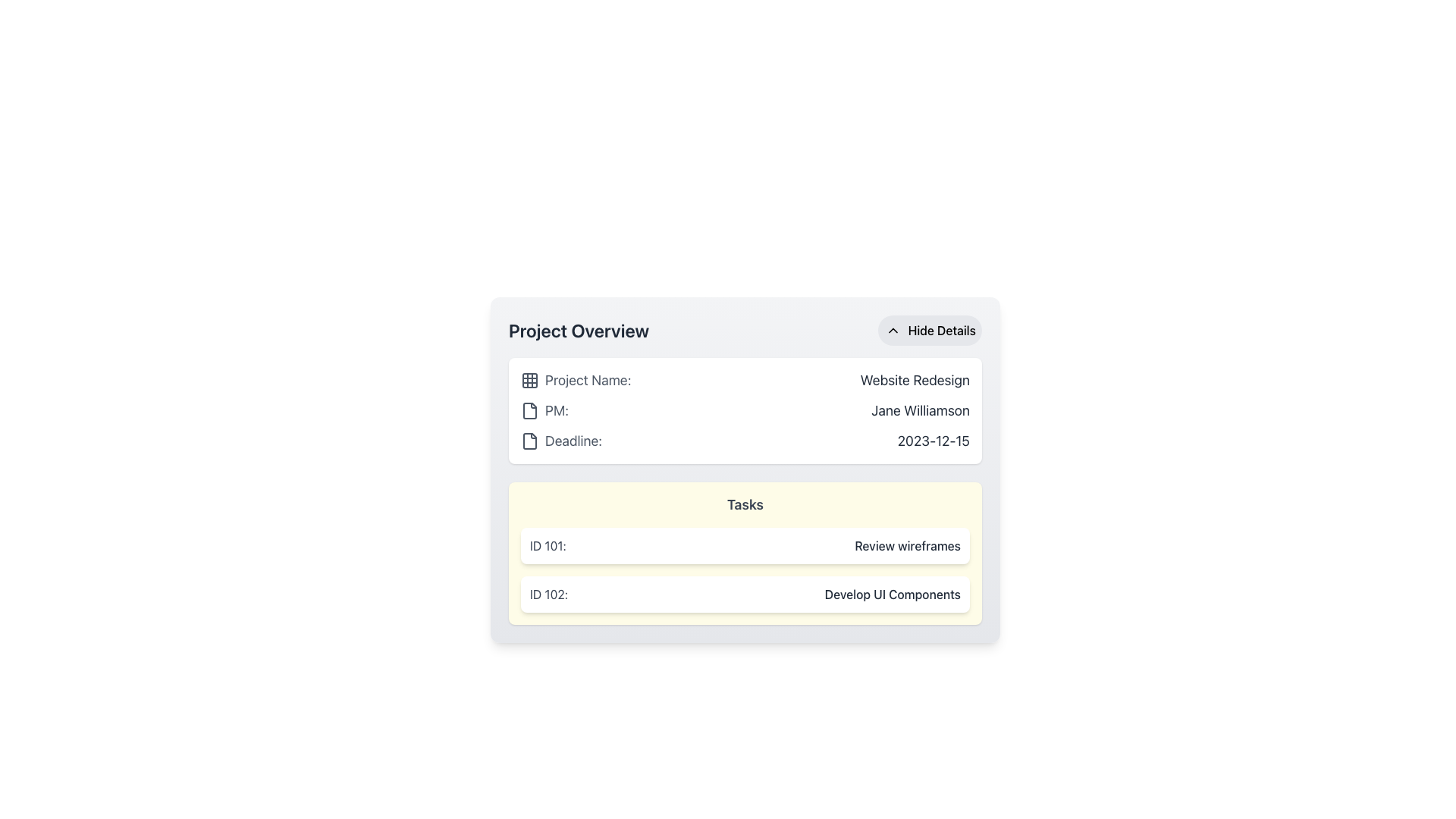 Image resolution: width=1456 pixels, height=819 pixels. I want to click on the Text Label indicating the project manager's designation, positioned above 'Jane Williamson' in the top-middle part of the interface, so click(544, 411).